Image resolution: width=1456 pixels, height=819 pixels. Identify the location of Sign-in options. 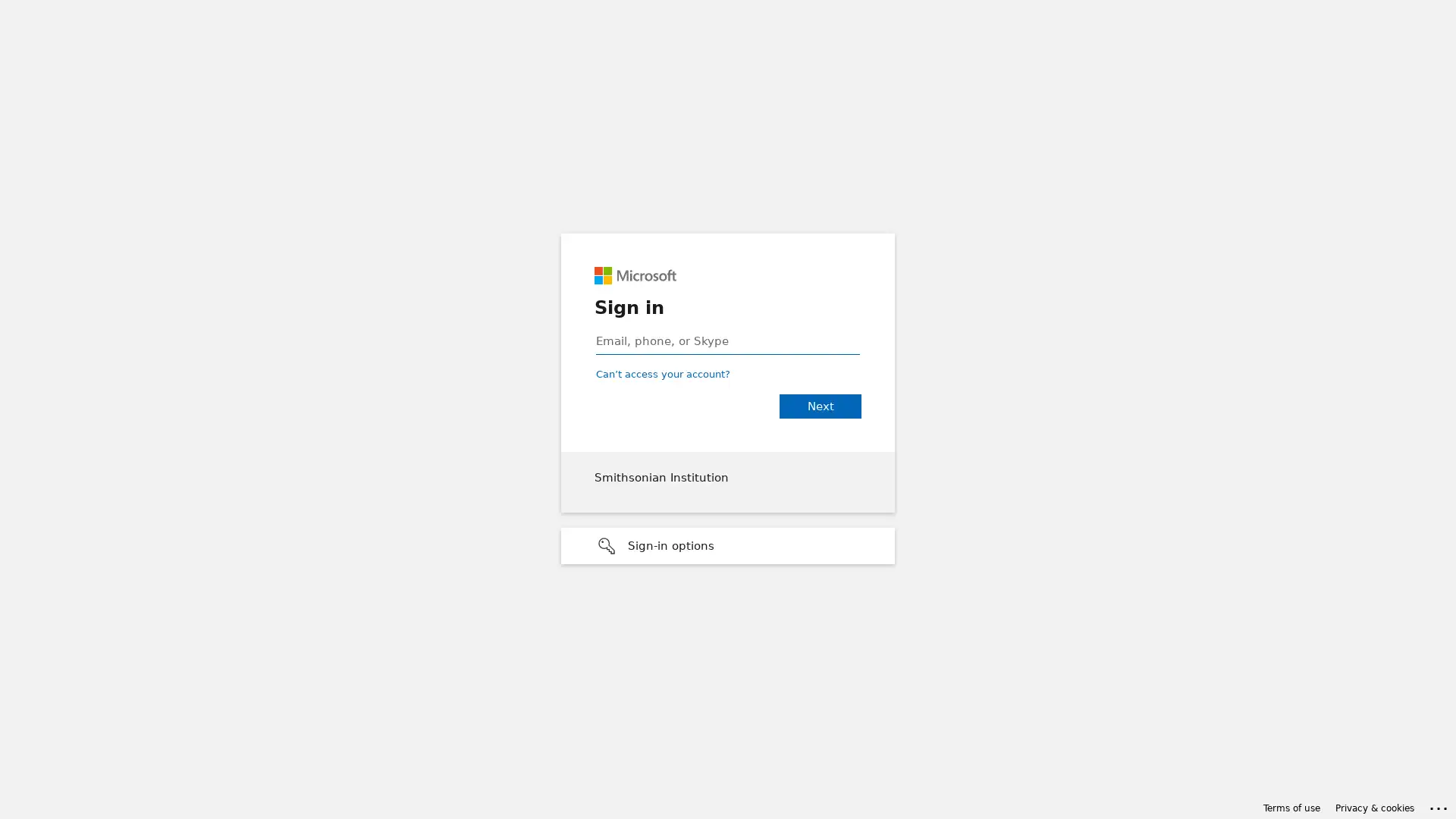
(728, 546).